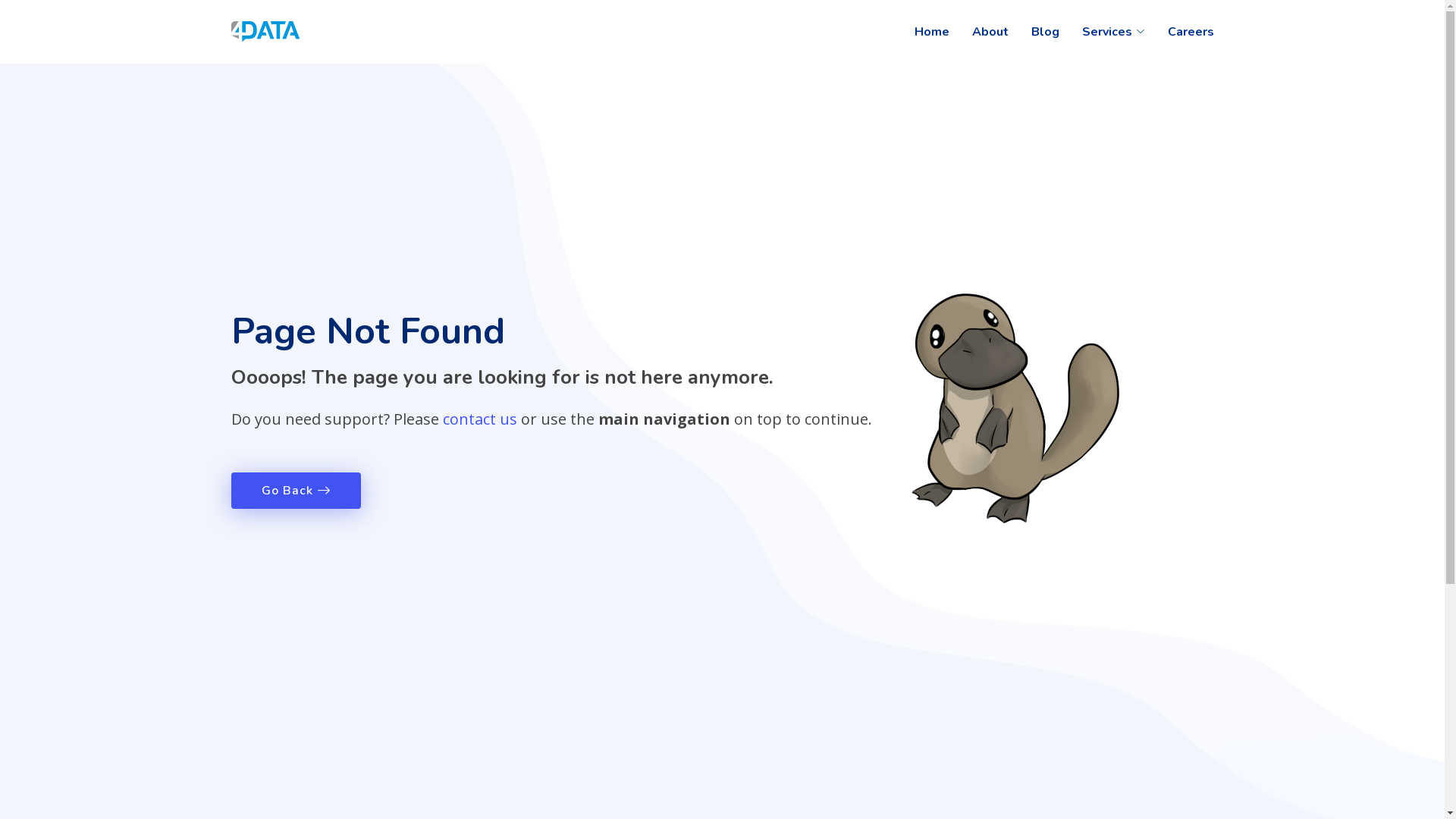 This screenshot has height=819, width=1456. I want to click on 'Careers', so click(1178, 32).